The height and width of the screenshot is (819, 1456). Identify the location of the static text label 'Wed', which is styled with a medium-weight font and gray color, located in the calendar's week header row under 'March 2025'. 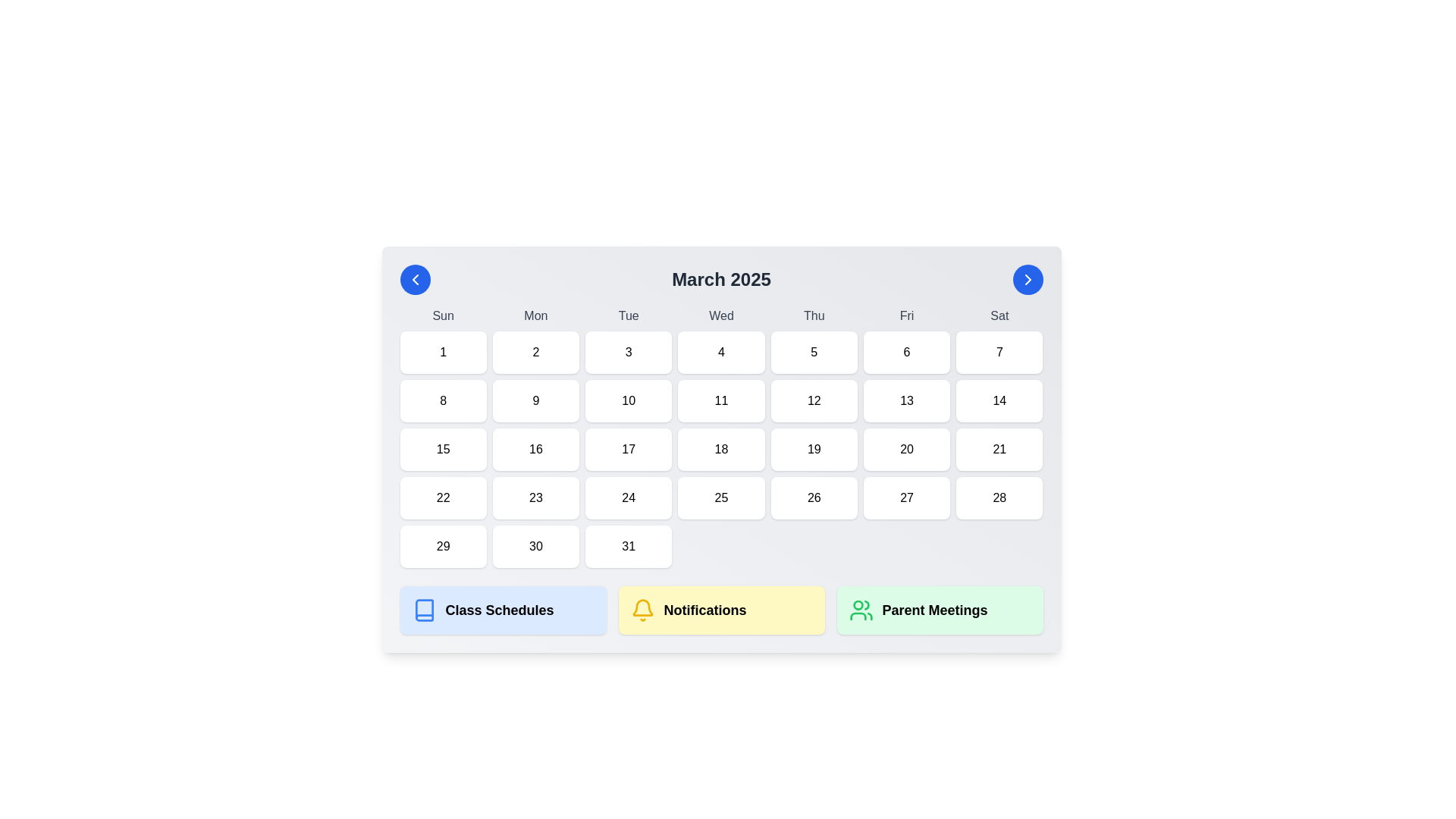
(720, 315).